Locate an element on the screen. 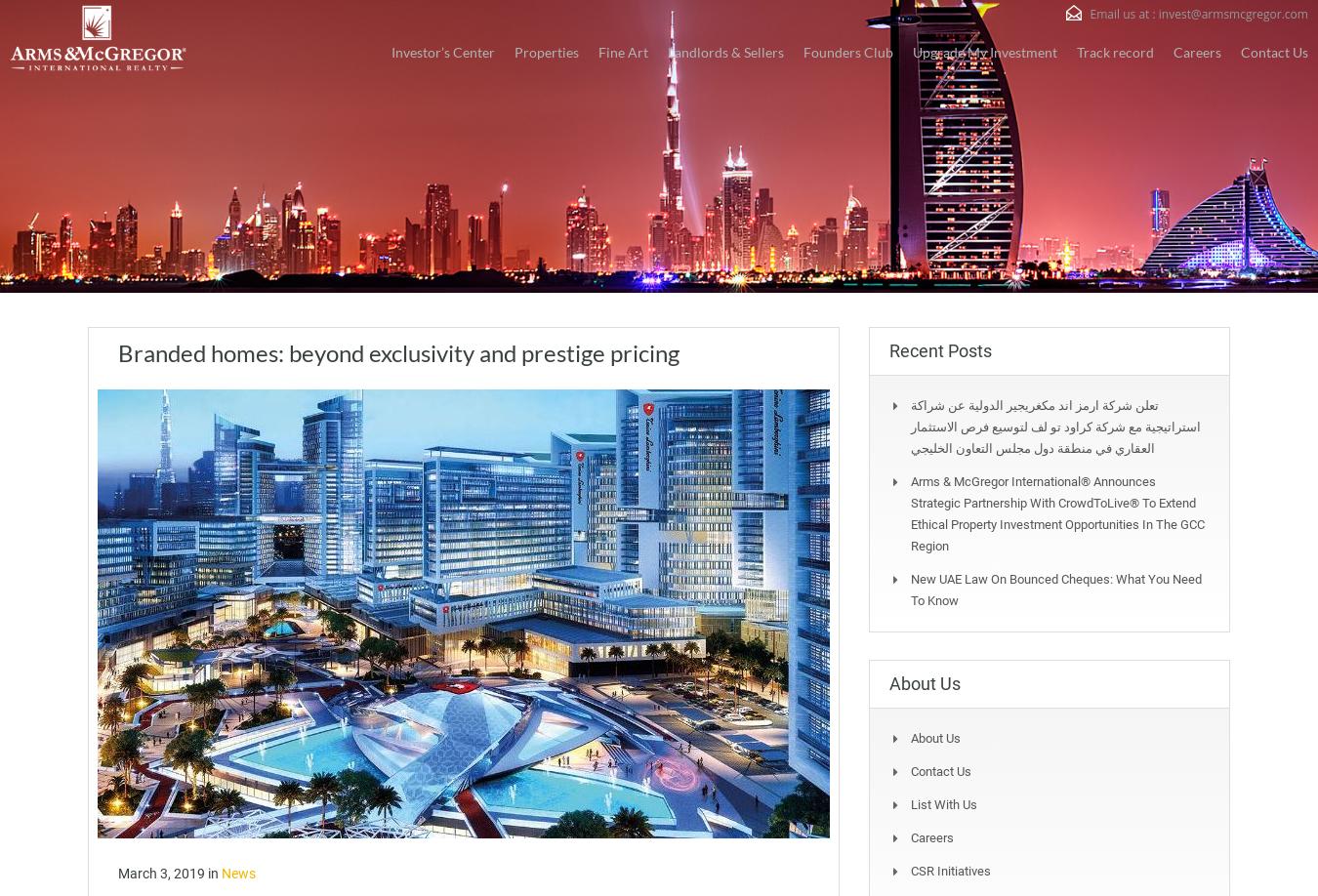 This screenshot has height=896, width=1318. 'in' is located at coordinates (215, 872).